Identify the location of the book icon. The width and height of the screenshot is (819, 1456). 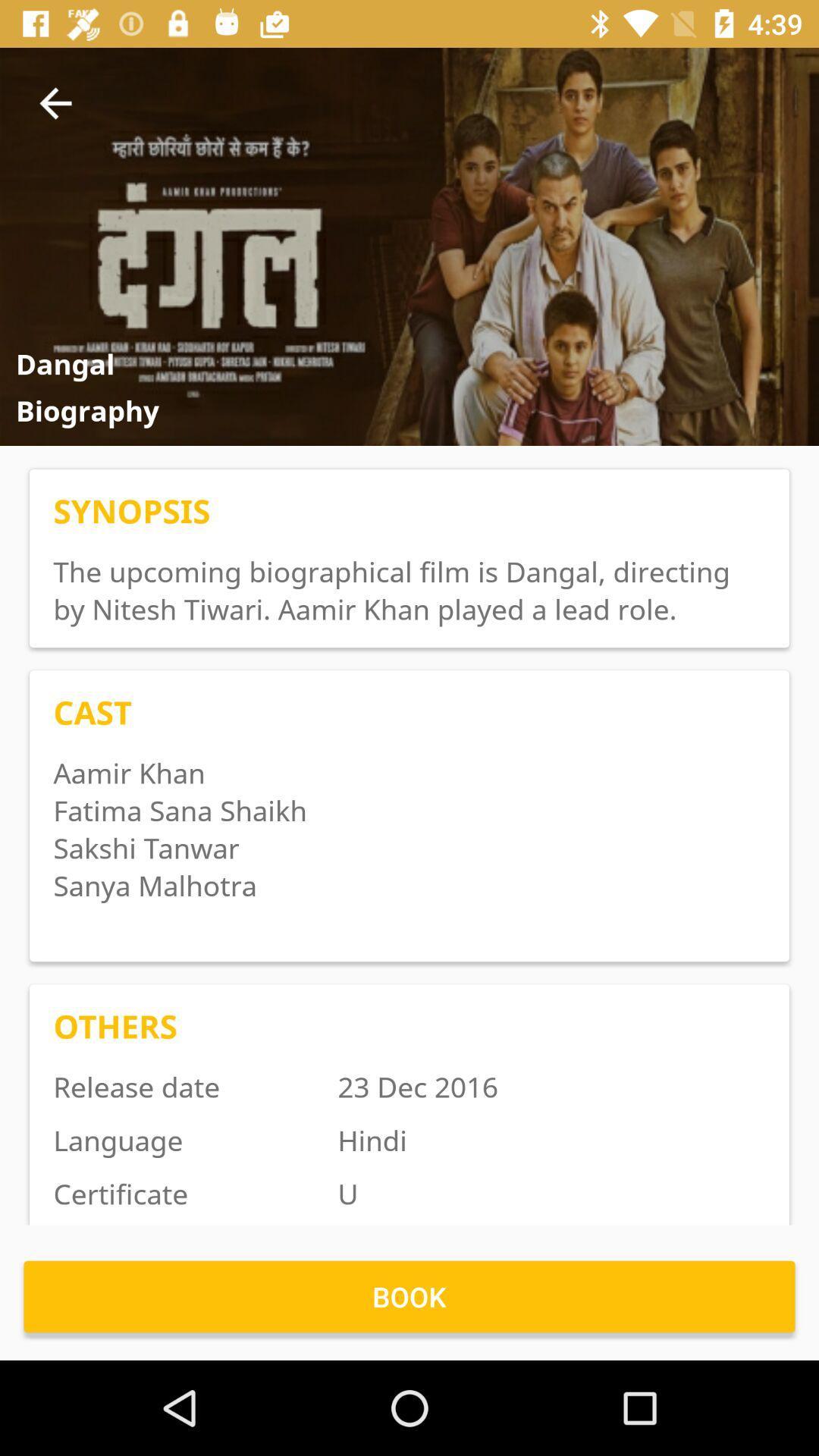
(409, 1295).